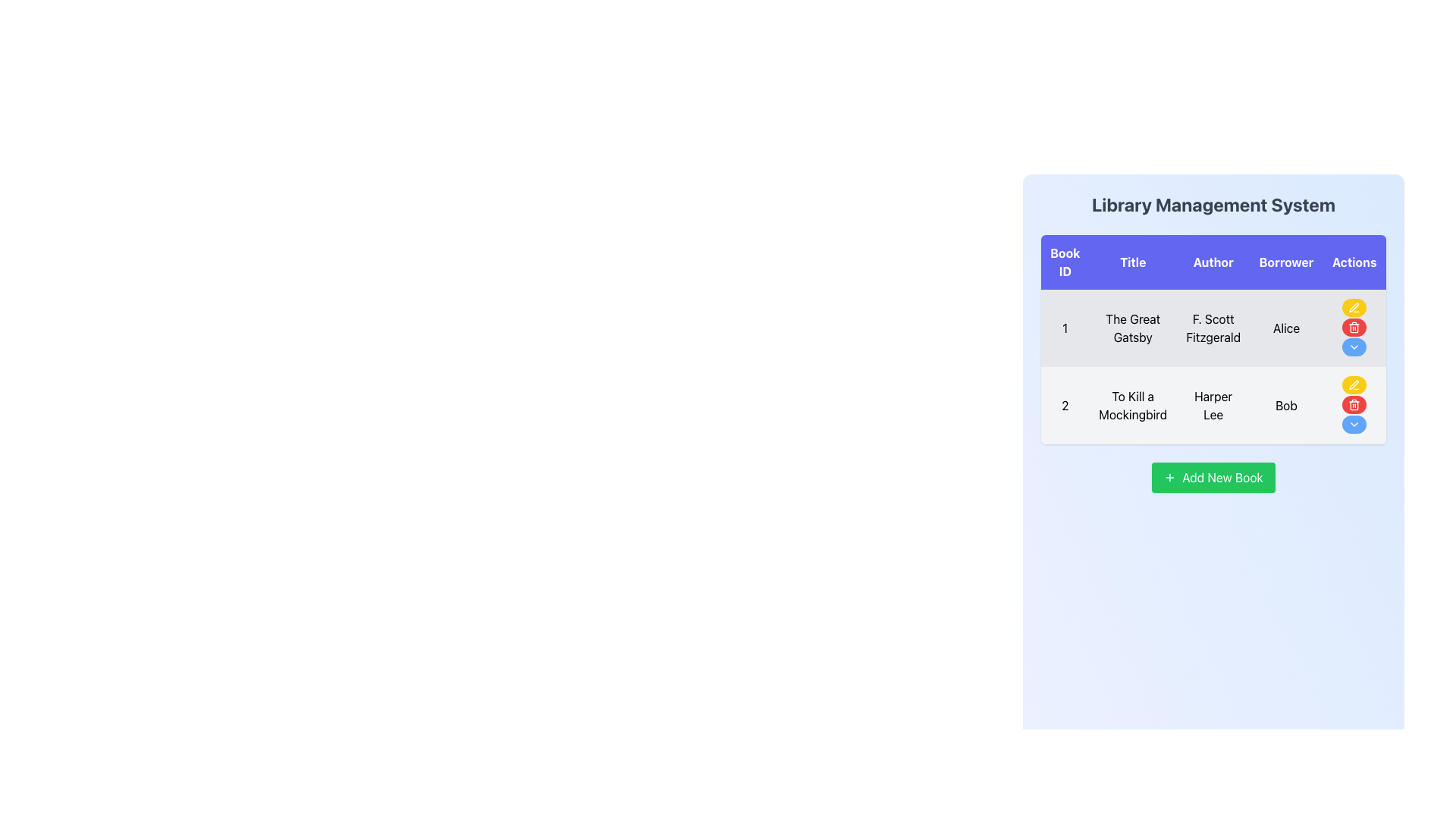 This screenshot has height=819, width=1456. What do you see at coordinates (1354, 347) in the screenshot?
I see `the dropdown trigger button located at the bottom right of the 'Actions' column for the first row in the book details table` at bounding box center [1354, 347].